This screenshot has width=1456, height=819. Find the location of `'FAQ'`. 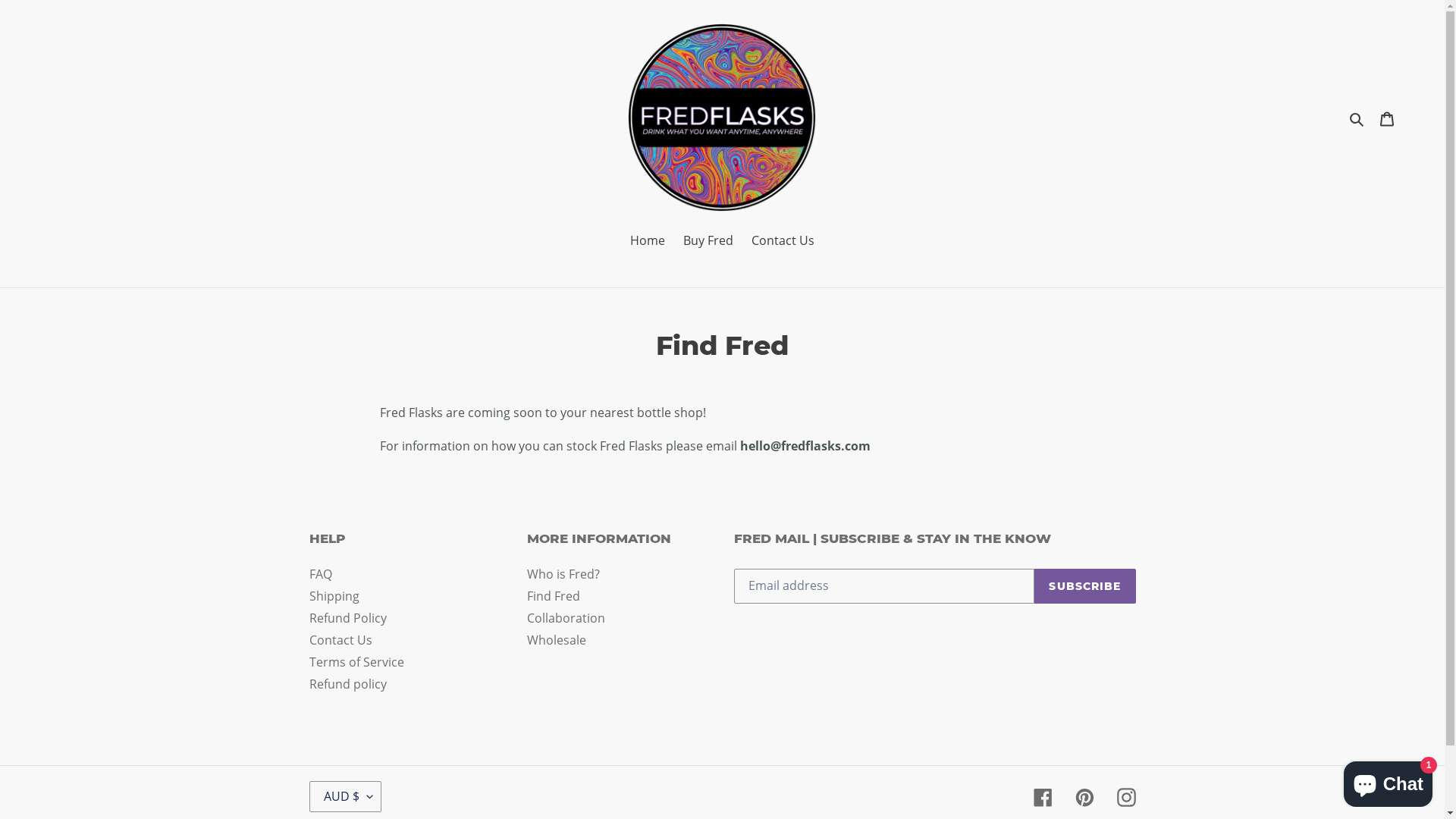

'FAQ' is located at coordinates (319, 573).